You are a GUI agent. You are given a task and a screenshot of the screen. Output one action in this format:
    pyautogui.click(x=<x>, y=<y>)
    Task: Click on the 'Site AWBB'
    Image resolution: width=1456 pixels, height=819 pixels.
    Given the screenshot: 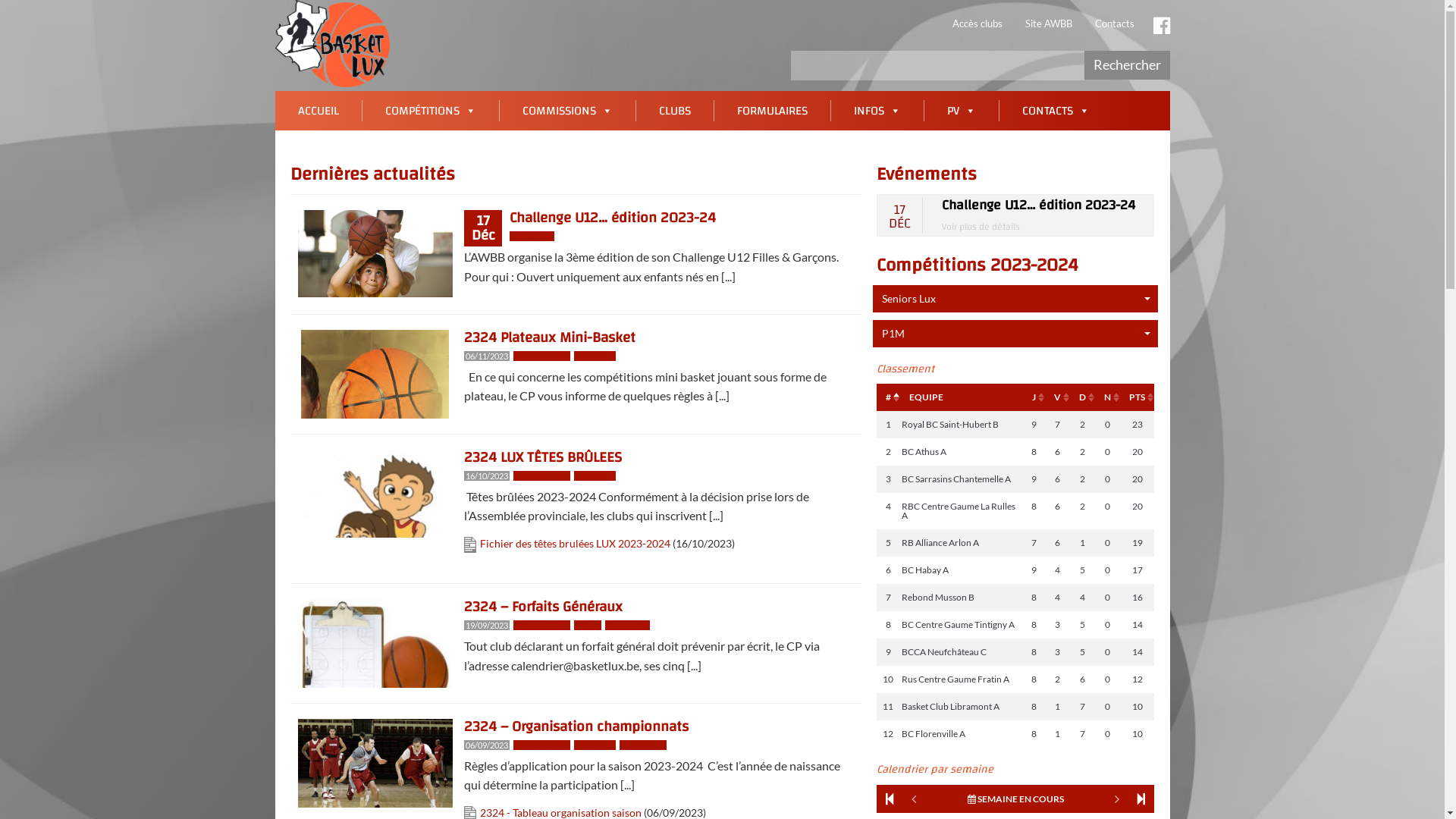 What is the action you would take?
    pyautogui.click(x=1047, y=23)
    